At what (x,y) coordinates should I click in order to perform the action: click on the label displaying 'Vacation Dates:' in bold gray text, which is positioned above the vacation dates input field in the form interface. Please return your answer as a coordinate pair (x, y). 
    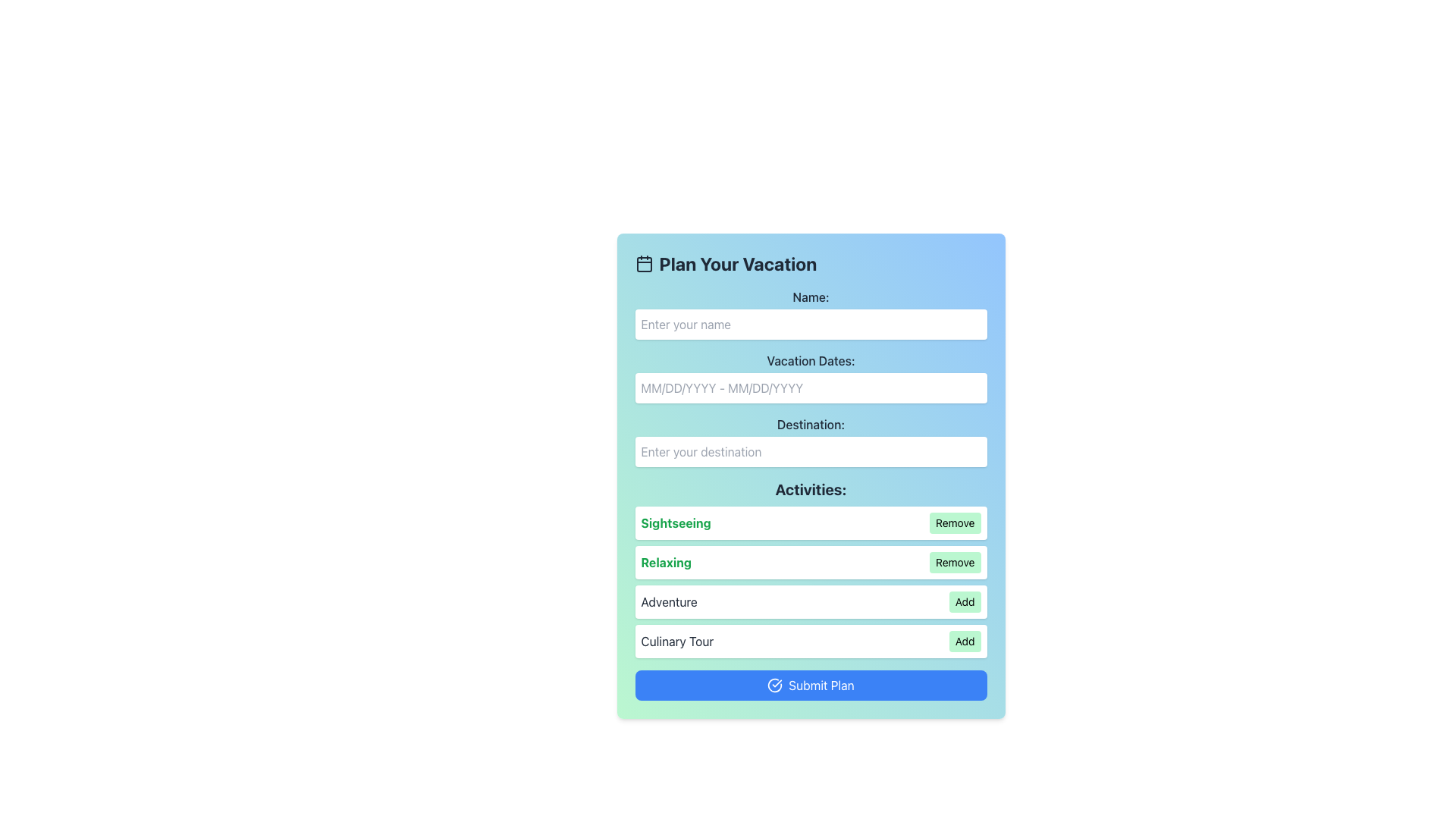
    Looking at the image, I should click on (810, 360).